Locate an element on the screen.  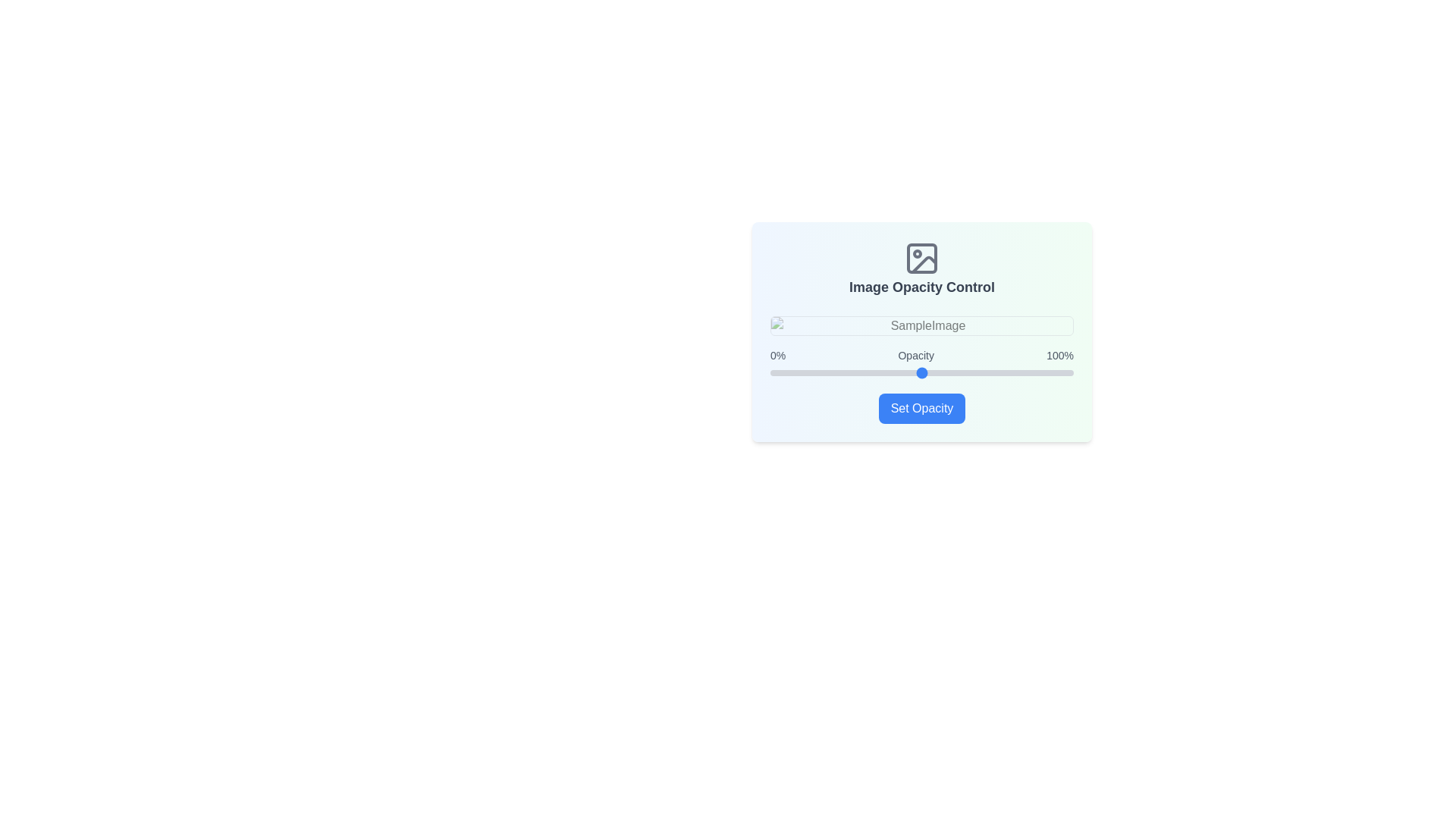
the slider to set the opacity to 65% is located at coordinates (967, 373).